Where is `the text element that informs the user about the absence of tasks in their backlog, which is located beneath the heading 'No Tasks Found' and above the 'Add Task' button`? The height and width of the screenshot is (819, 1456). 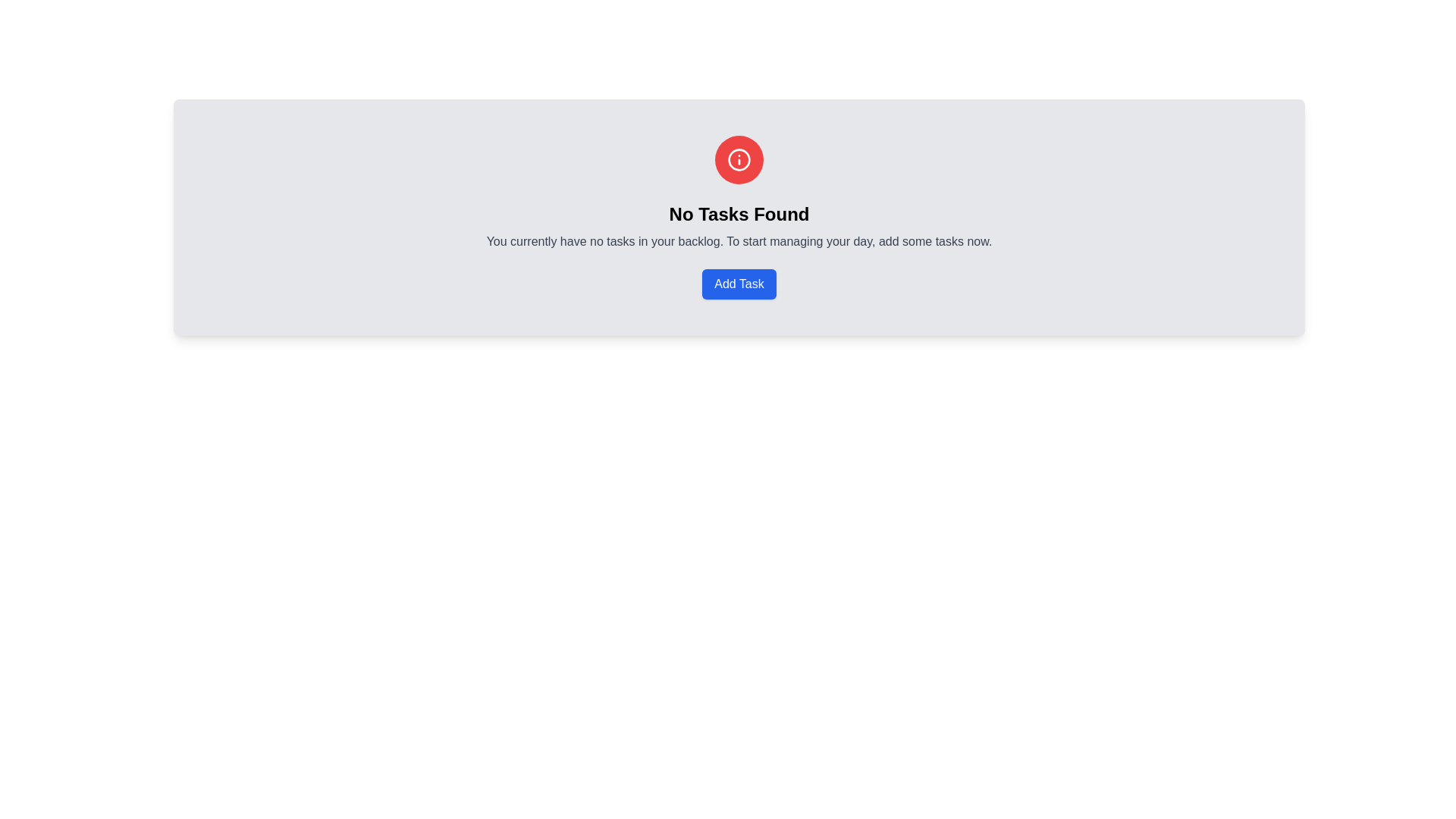 the text element that informs the user about the absence of tasks in their backlog, which is located beneath the heading 'No Tasks Found' and above the 'Add Task' button is located at coordinates (739, 241).